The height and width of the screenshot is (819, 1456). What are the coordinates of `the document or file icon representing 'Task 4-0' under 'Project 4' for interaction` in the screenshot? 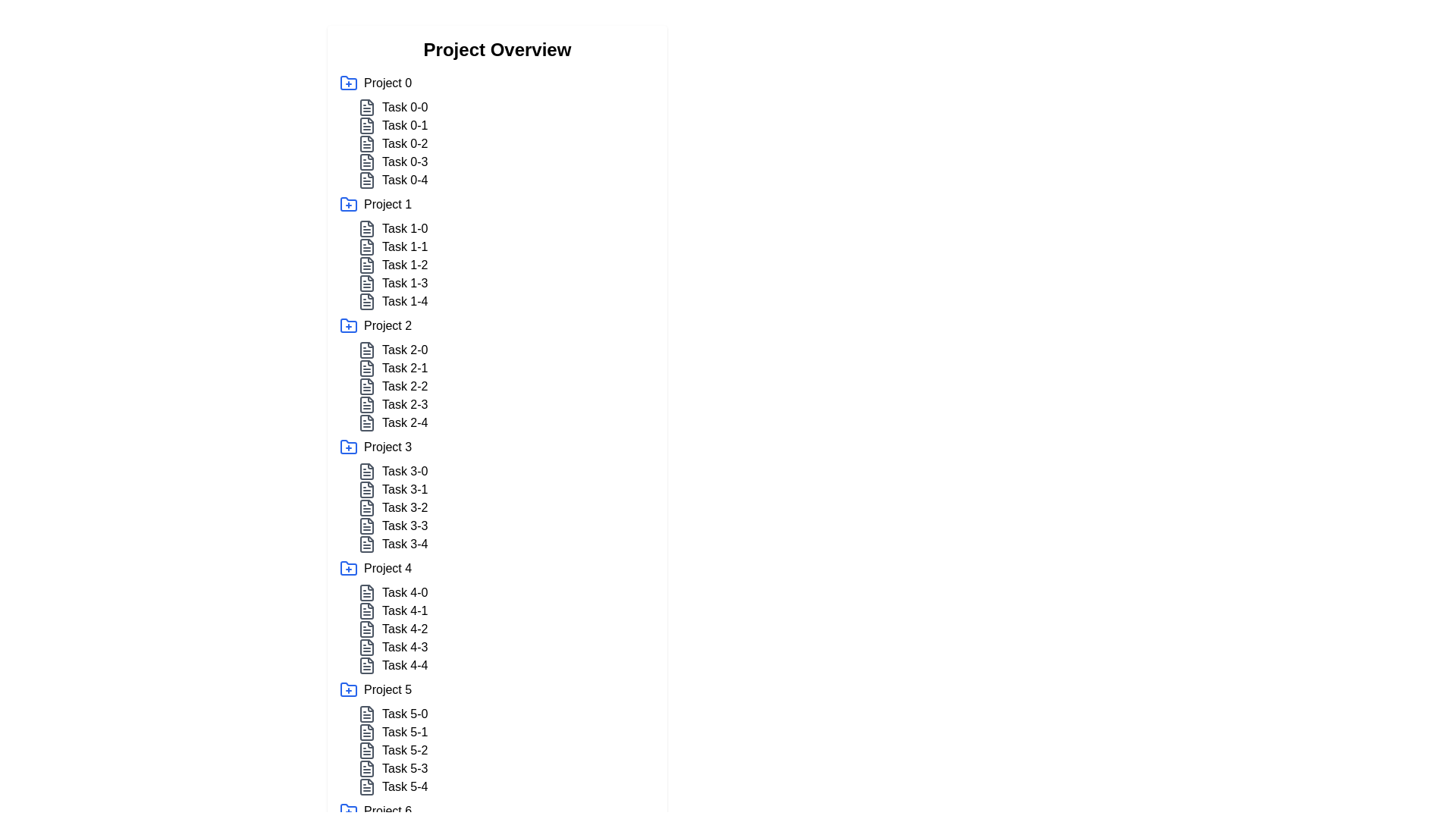 It's located at (367, 592).